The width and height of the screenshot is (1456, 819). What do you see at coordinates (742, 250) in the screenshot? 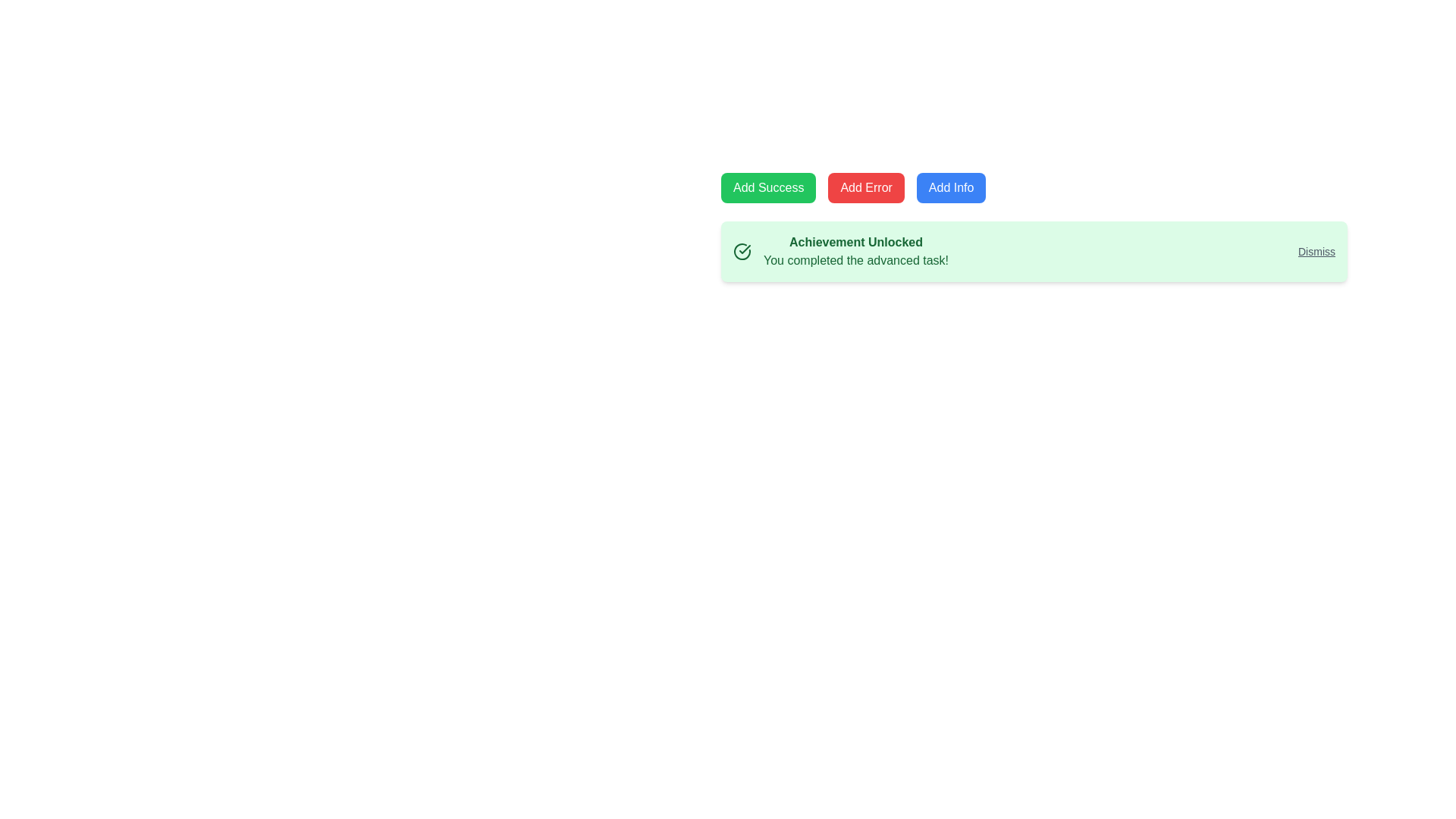
I see `the circular checkmark icon located inside the green notification panel that indicates 'Achievement Unlocked'` at bounding box center [742, 250].